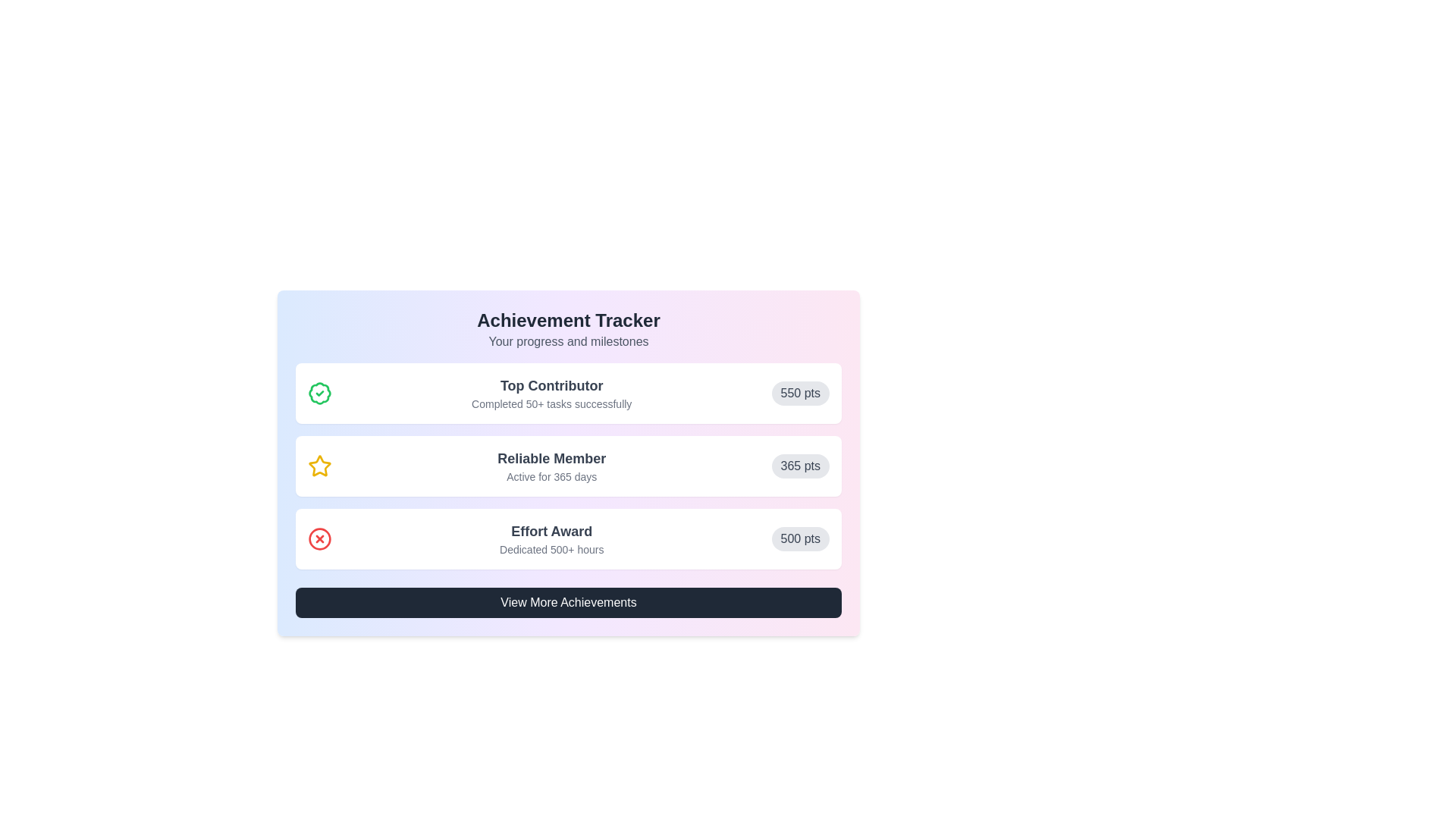 This screenshot has width=1456, height=819. What do you see at coordinates (319, 465) in the screenshot?
I see `the star-shaped icon with a gold stroke and hollow center, part of the 'Reliable Member' achievement item, positioned above the text 'Reliable Member' and 'Active for 365 days'` at bounding box center [319, 465].